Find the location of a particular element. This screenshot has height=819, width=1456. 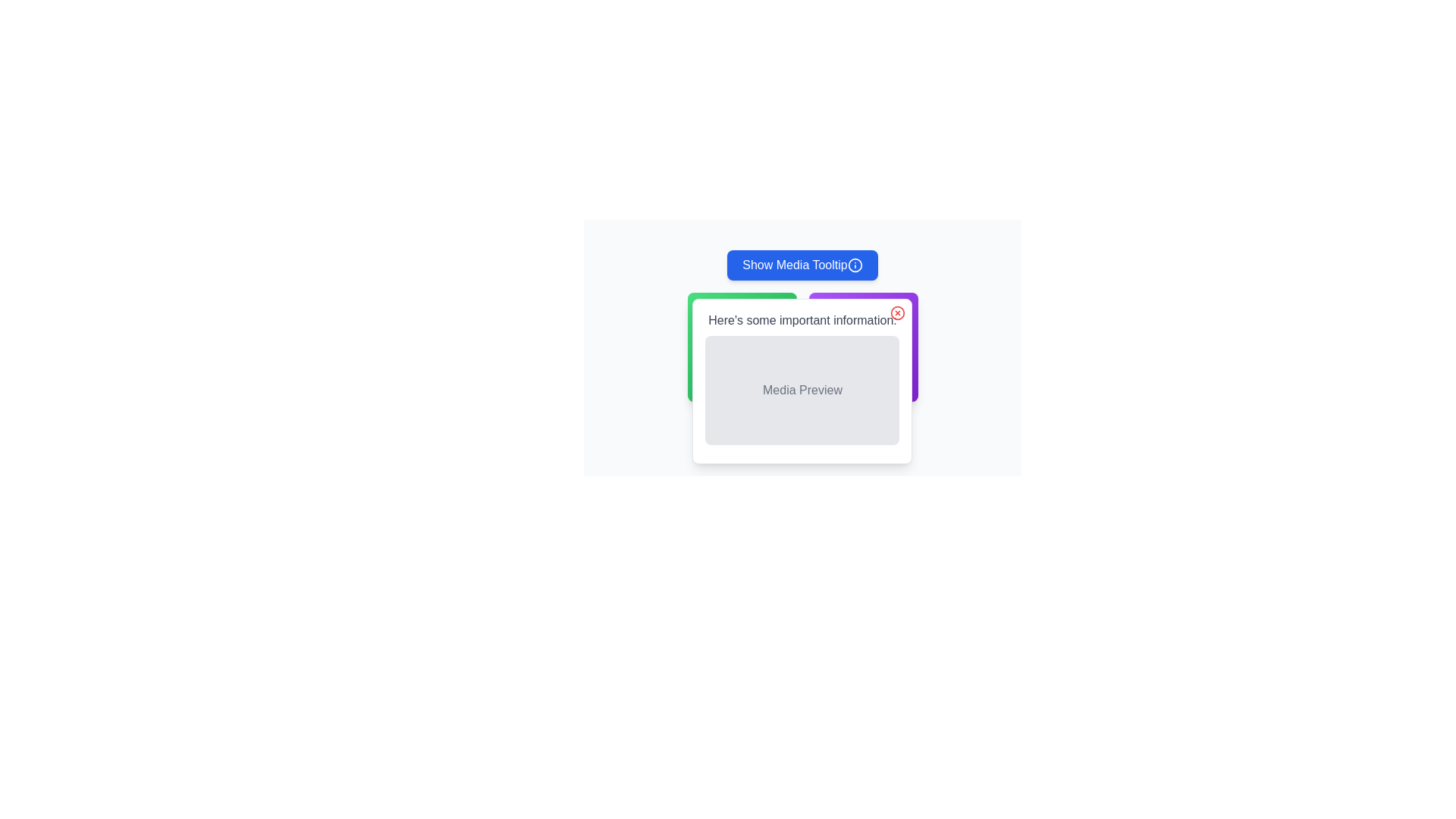

the descriptive text label that provides information or context related to media content, centrally positioned within a light-gray rectangular section with rounded corners is located at coordinates (802, 390).